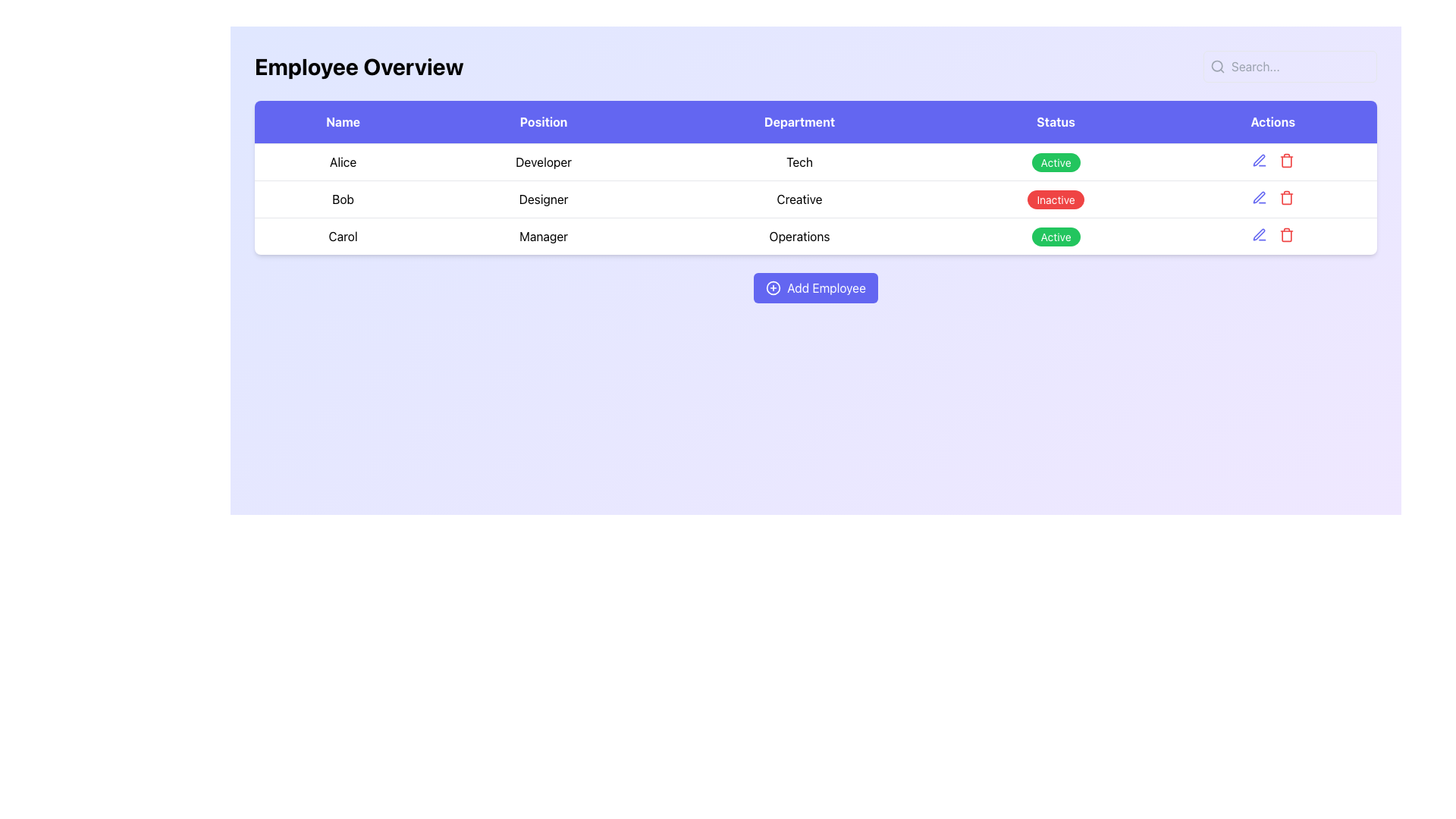 The image size is (1456, 819). I want to click on 'Department' text label associated with 'Alice' in the table to gather information about her organizational category, so click(799, 162).